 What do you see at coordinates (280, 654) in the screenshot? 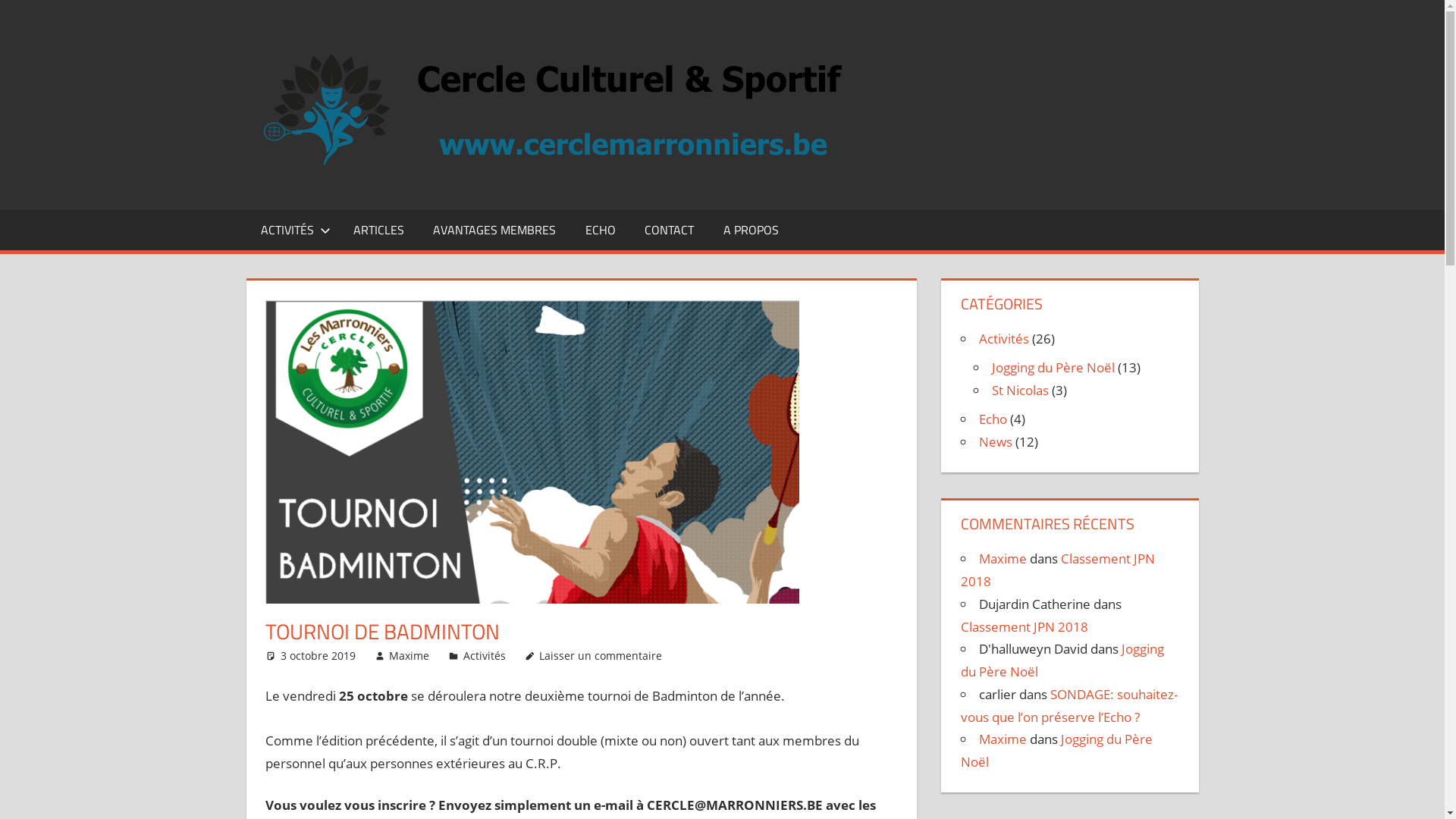
I see `'3 octobre 2019'` at bounding box center [280, 654].